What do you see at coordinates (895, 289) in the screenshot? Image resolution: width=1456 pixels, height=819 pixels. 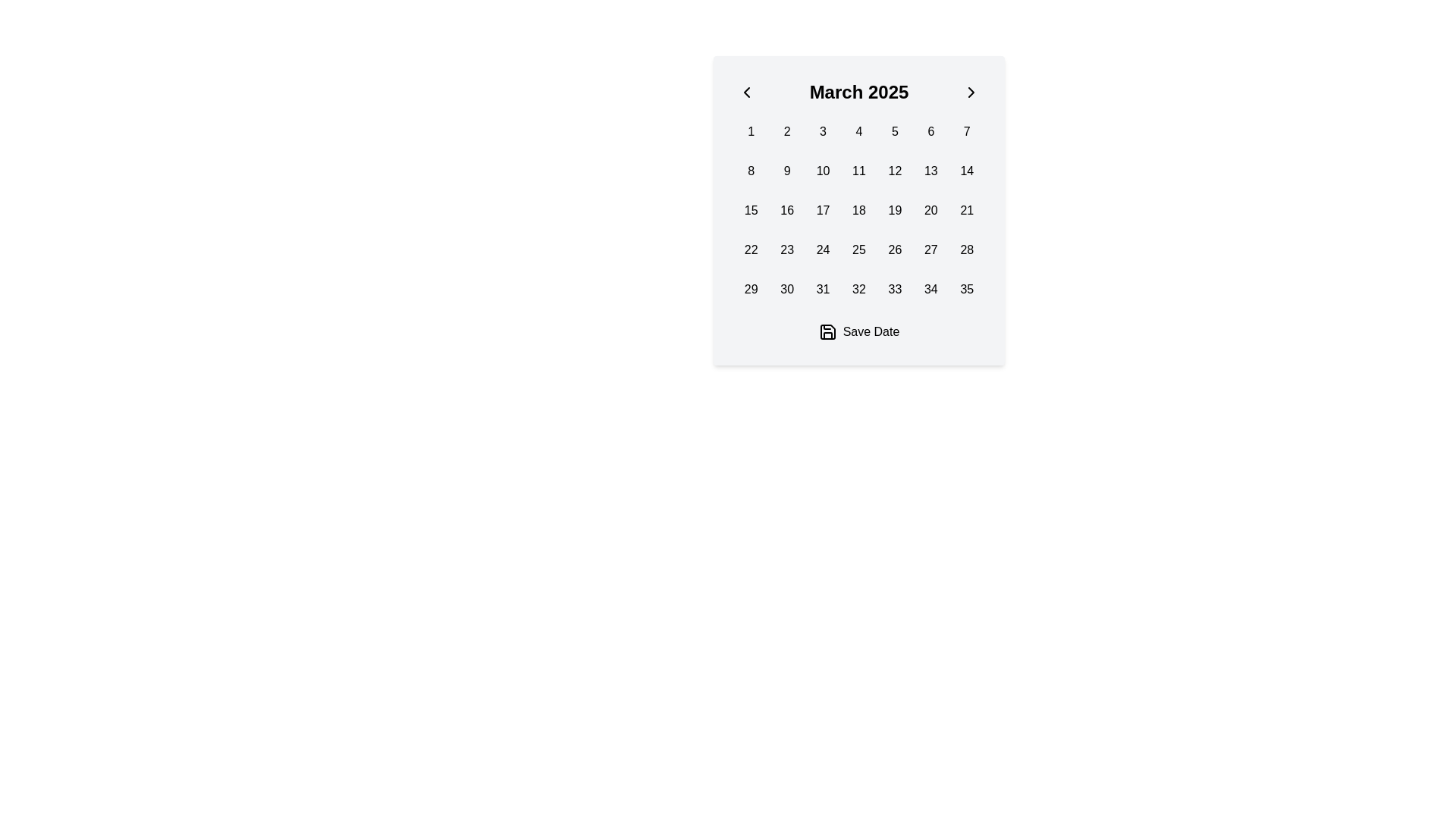 I see `the button labeled '33' in the last row and fifth column of the calendar-like interface` at bounding box center [895, 289].